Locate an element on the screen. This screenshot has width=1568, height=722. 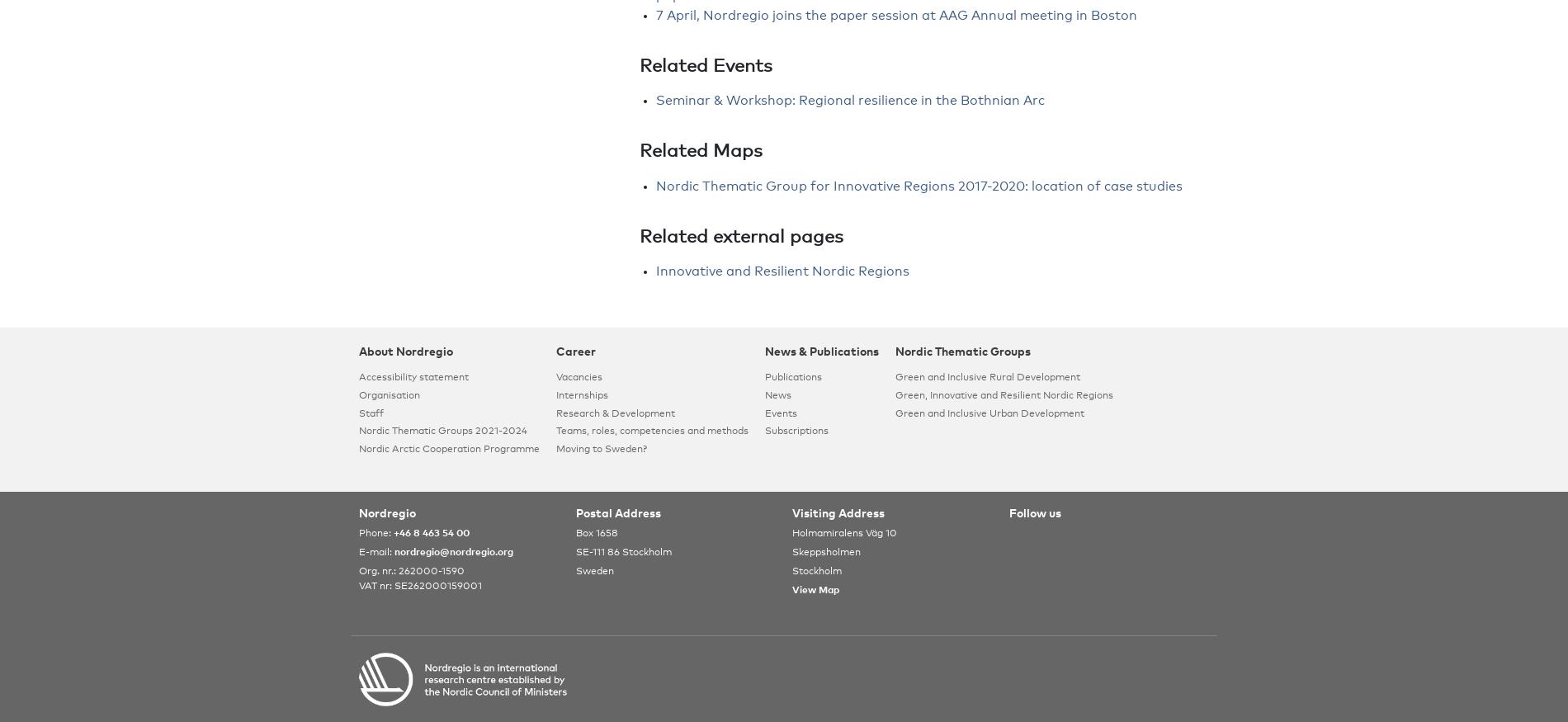
'Stockholm' is located at coordinates (817, 572).